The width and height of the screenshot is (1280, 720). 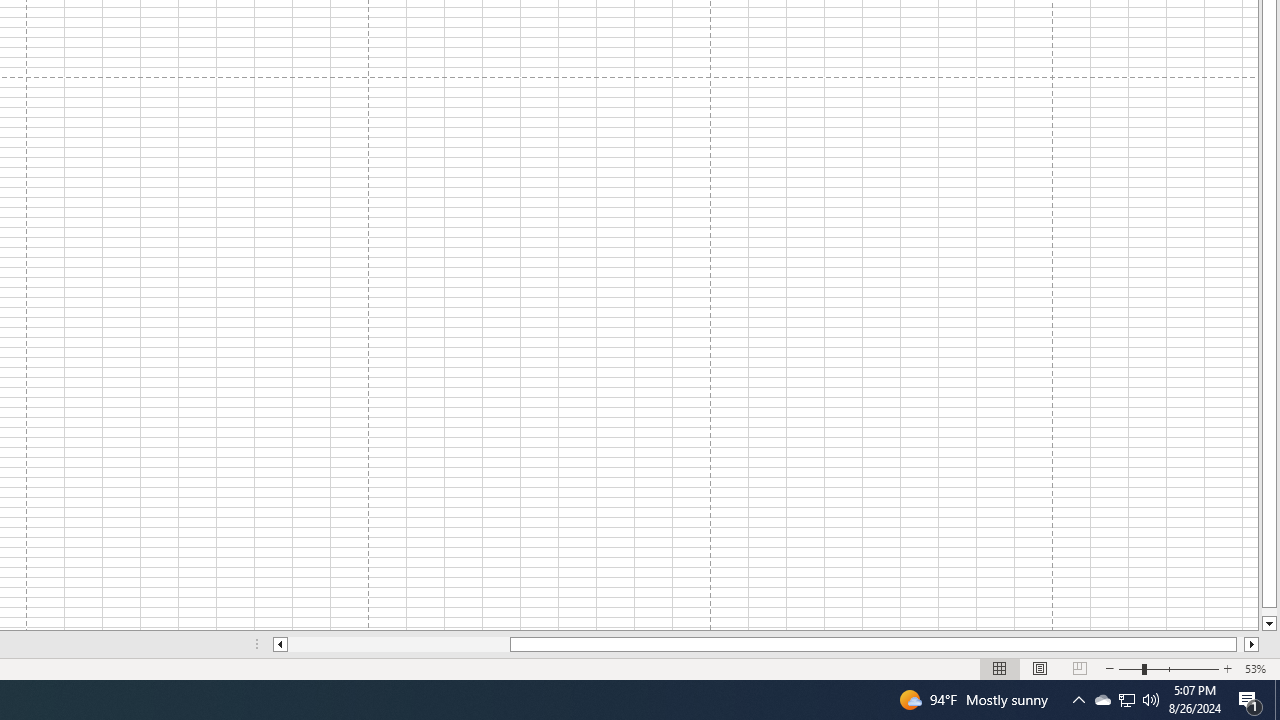 What do you see at coordinates (1130, 669) in the screenshot?
I see `'Zoom Out'` at bounding box center [1130, 669].